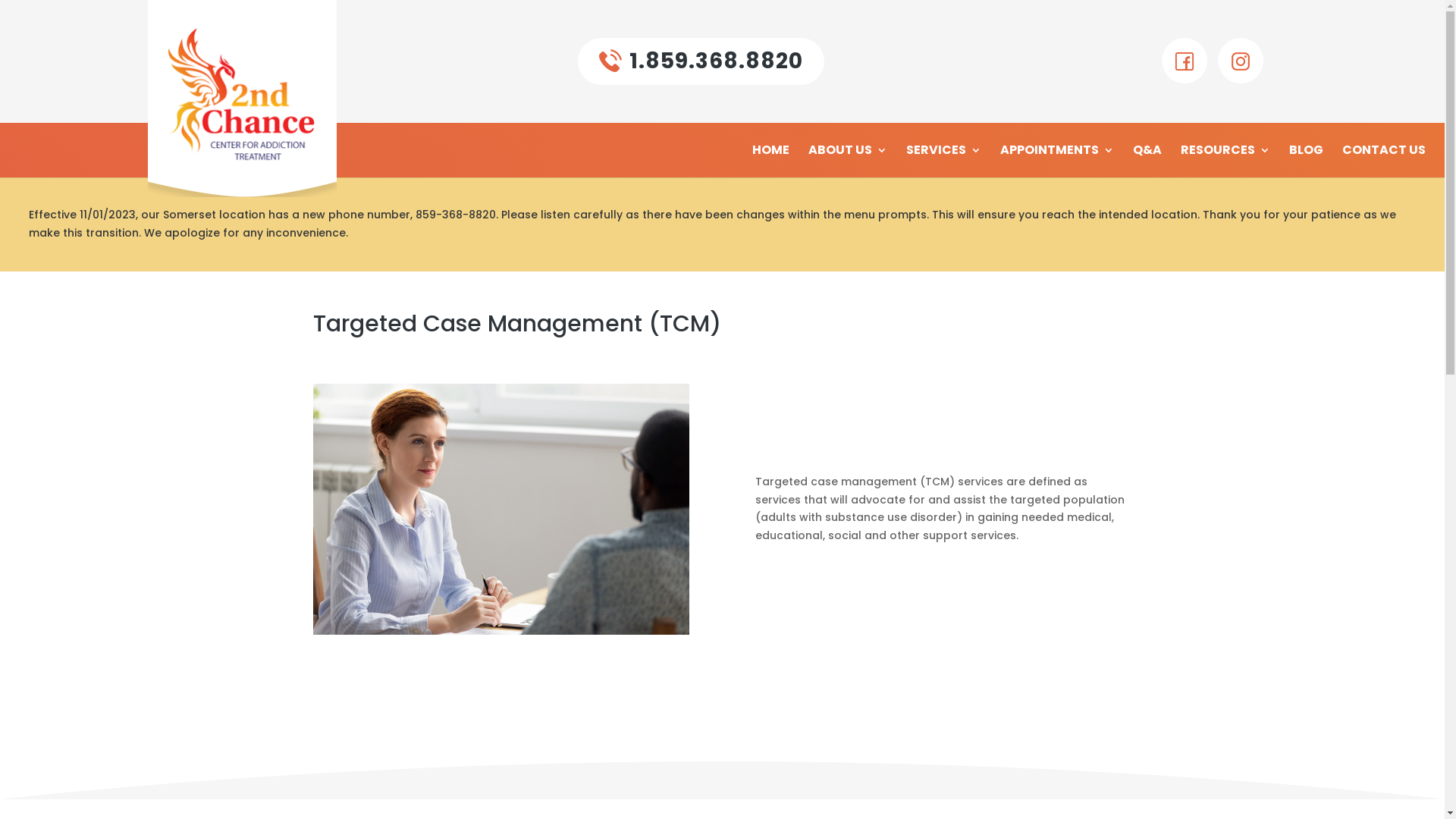  I want to click on '1.859.368.8820', so click(700, 60).